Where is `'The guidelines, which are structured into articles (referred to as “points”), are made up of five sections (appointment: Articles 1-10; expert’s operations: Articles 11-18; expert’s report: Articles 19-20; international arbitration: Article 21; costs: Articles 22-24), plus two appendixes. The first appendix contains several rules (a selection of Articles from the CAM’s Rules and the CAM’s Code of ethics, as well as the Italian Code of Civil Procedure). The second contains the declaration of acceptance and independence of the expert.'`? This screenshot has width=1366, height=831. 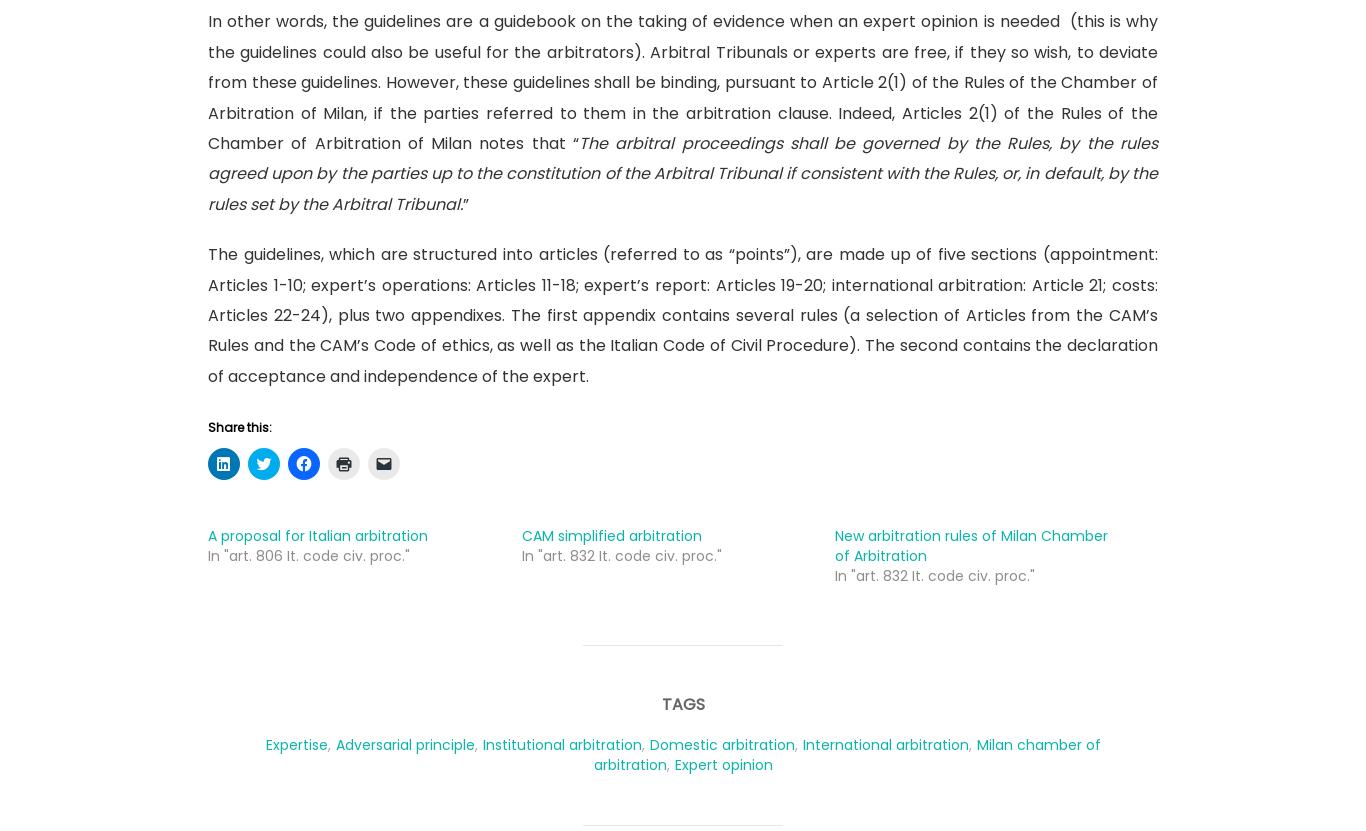 'The guidelines, which are structured into articles (referred to as “points”), are made up of five sections (appointment: Articles 1-10; expert’s operations: Articles 11-18; expert’s report: Articles 19-20; international arbitration: Article 21; costs: Articles 22-24), plus two appendixes. The first appendix contains several rules (a selection of Articles from the CAM’s Rules and the CAM’s Code of ethics, as well as the Italian Code of Civil Procedure). The second contains the declaration of acceptance and independence of the expert.' is located at coordinates (683, 315).